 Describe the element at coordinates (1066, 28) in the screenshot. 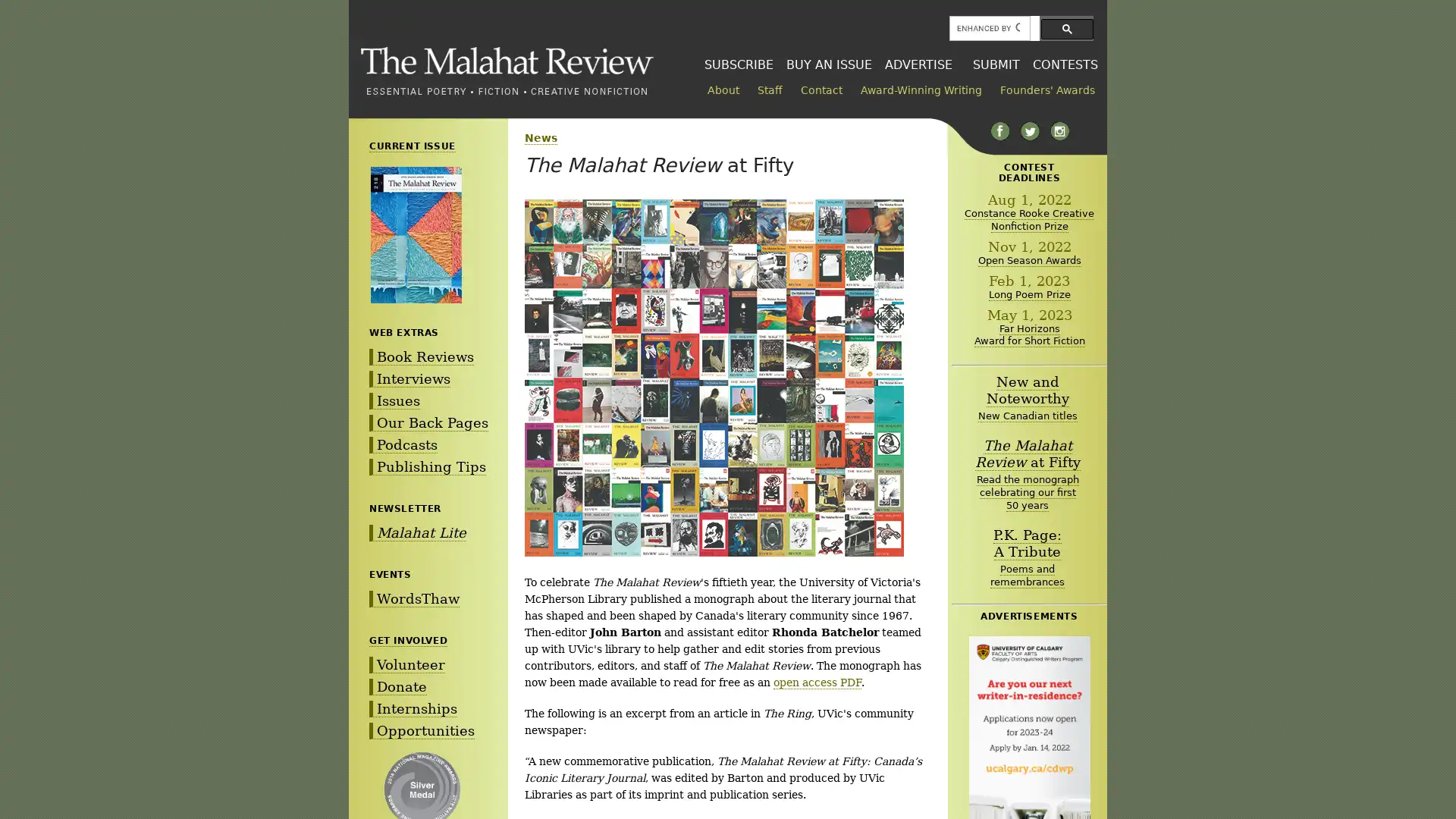

I see `search` at that location.